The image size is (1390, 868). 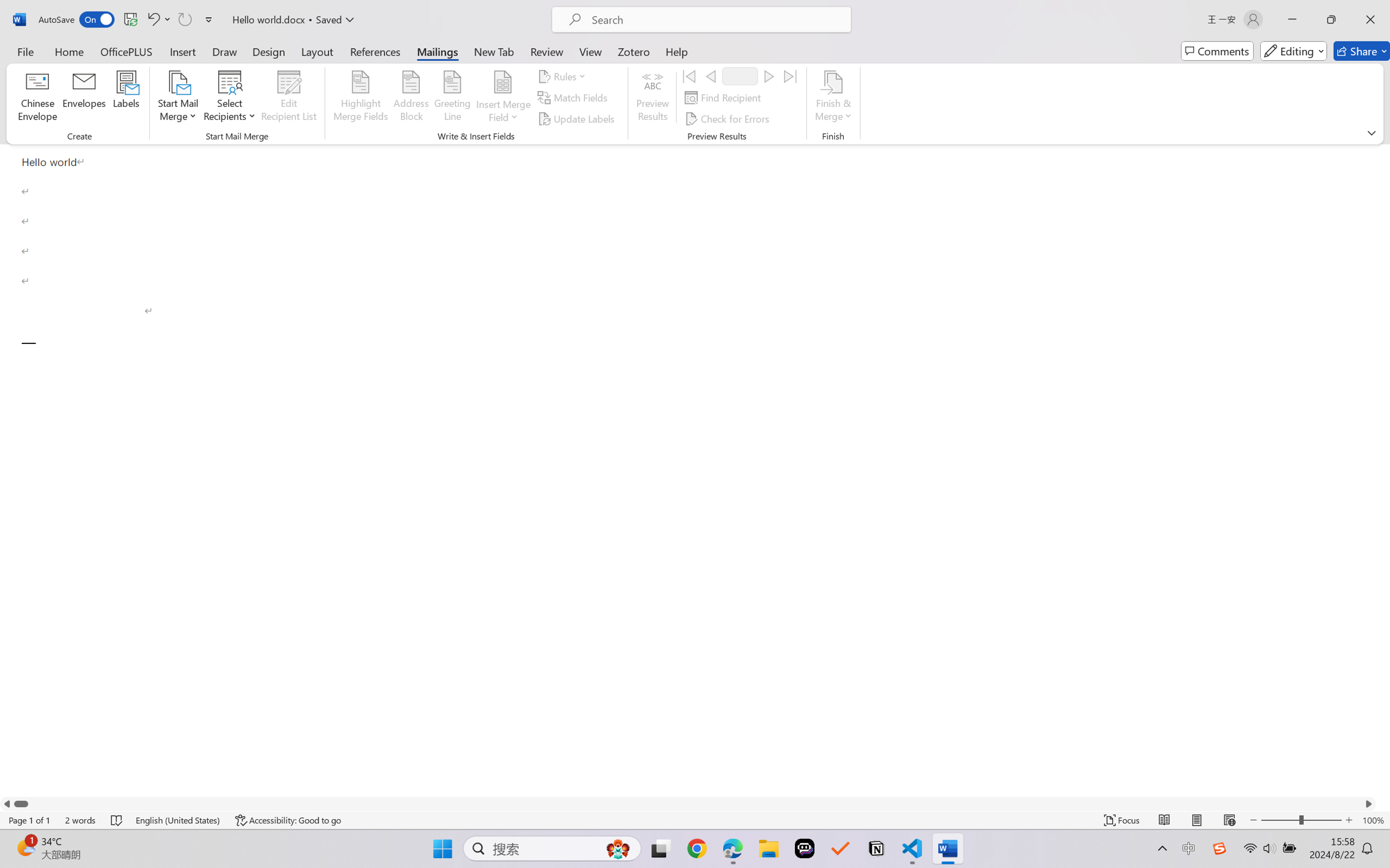 I want to click on 'Preview Results', so click(x=653, y=98).